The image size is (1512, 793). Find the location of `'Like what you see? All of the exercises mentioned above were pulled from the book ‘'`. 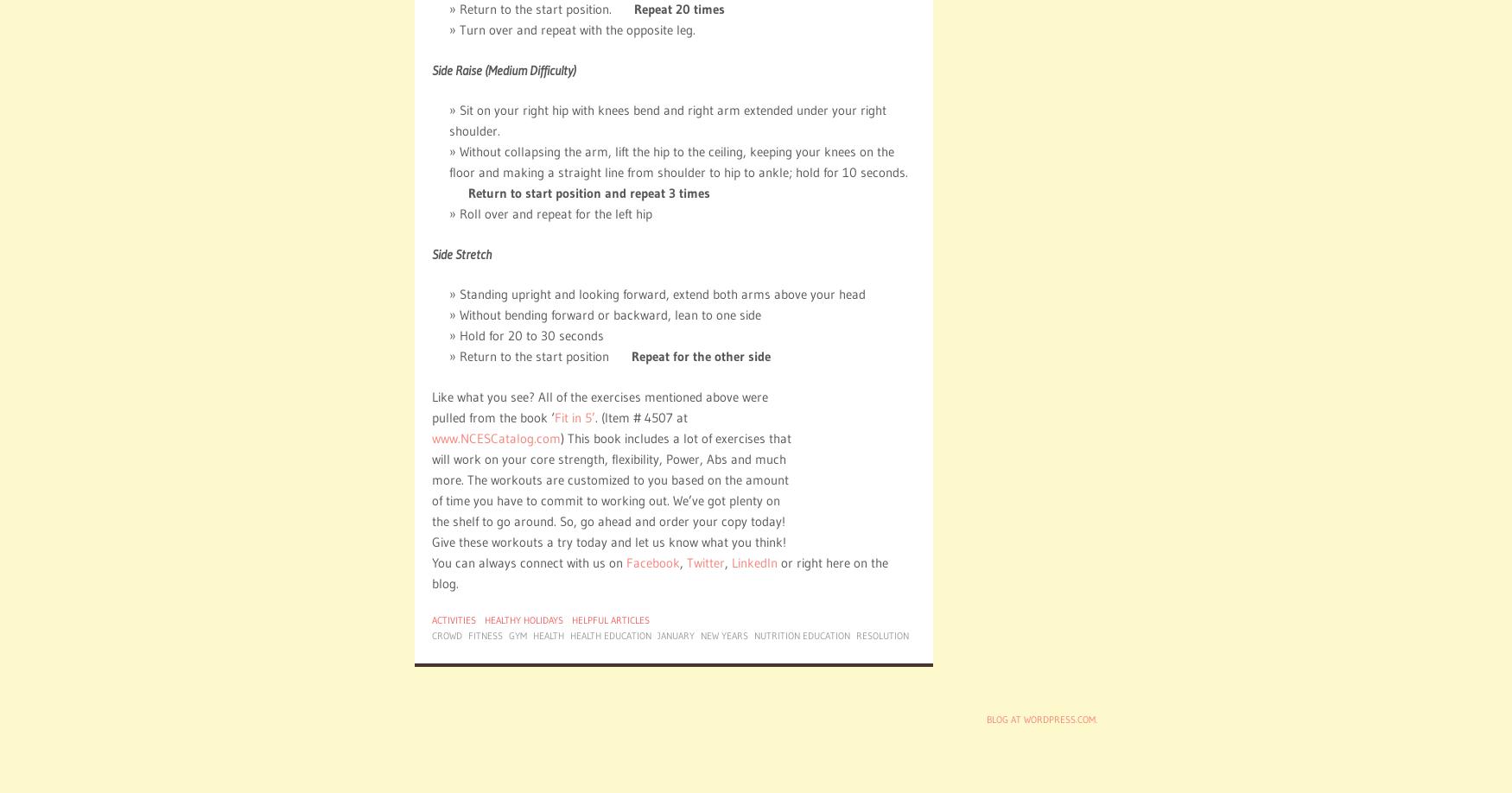

'Like what you see? All of the exercises mentioned above were pulled from the book ‘' is located at coordinates (600, 406).